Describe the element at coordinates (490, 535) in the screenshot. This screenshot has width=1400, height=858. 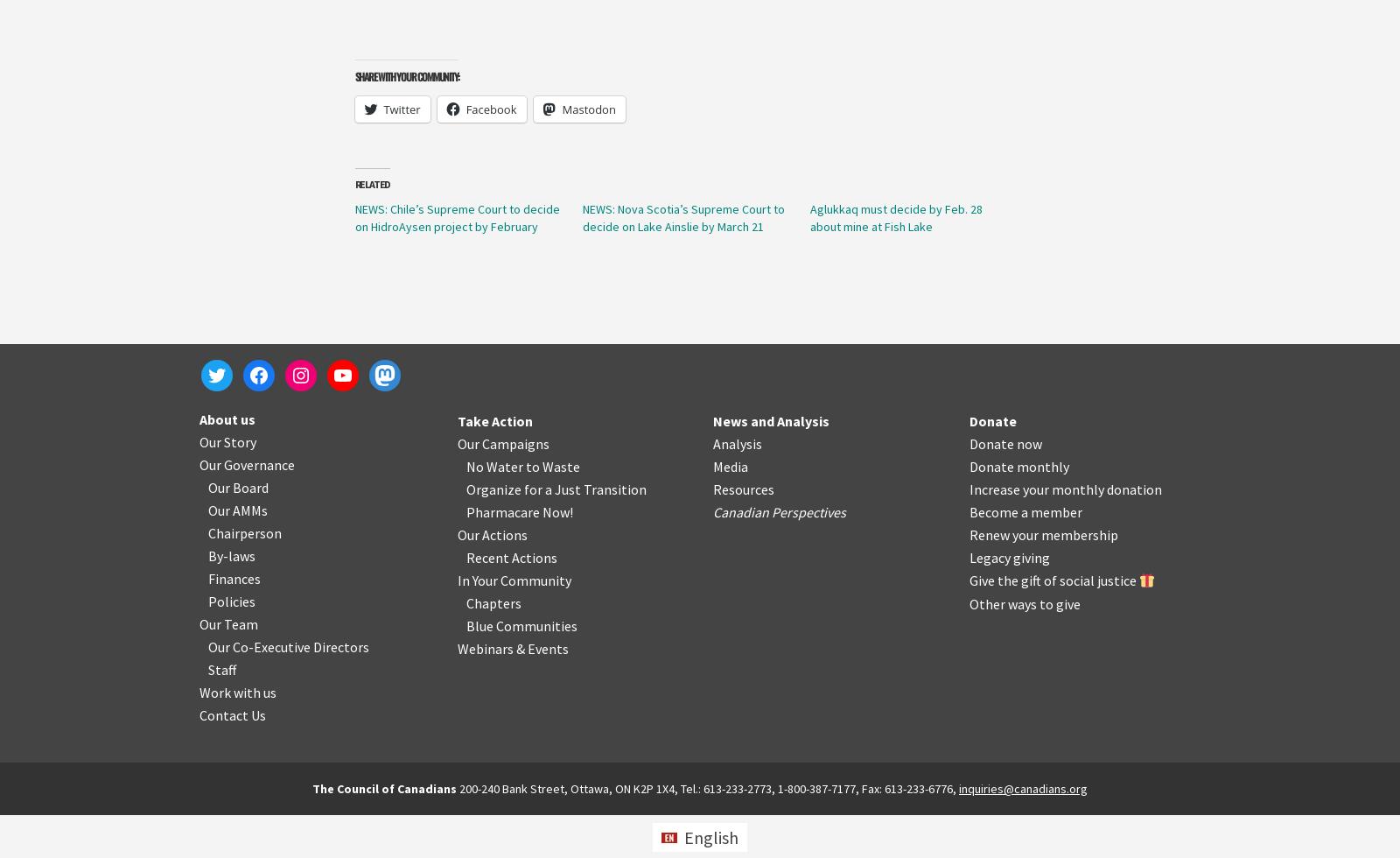
I see `'Our Actions'` at that location.